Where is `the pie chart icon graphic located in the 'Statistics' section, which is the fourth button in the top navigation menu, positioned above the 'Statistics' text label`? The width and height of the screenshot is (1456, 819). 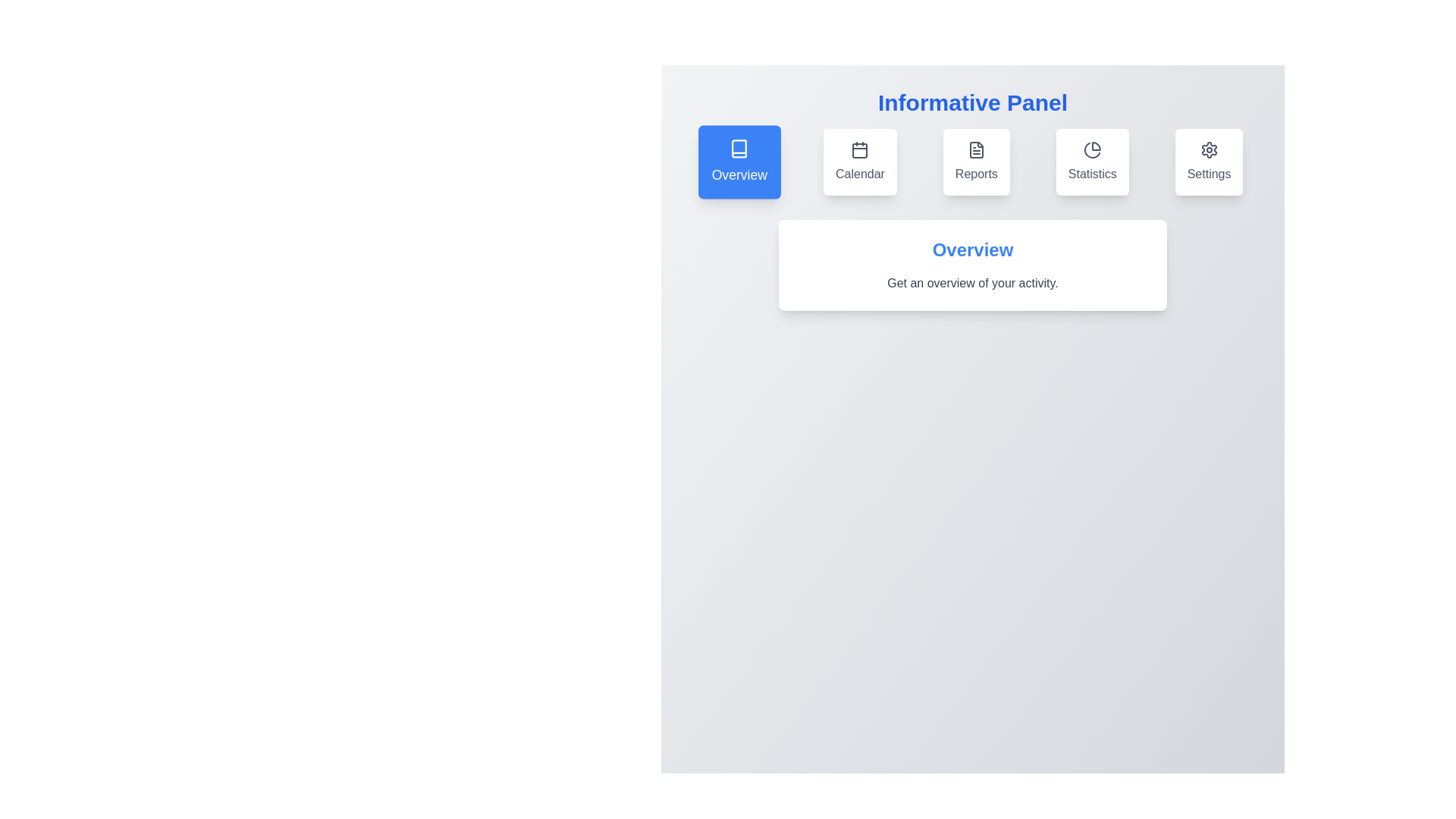
the pie chart icon graphic located in the 'Statistics' section, which is the fourth button in the top navigation menu, positioned above the 'Statistics' text label is located at coordinates (1092, 149).